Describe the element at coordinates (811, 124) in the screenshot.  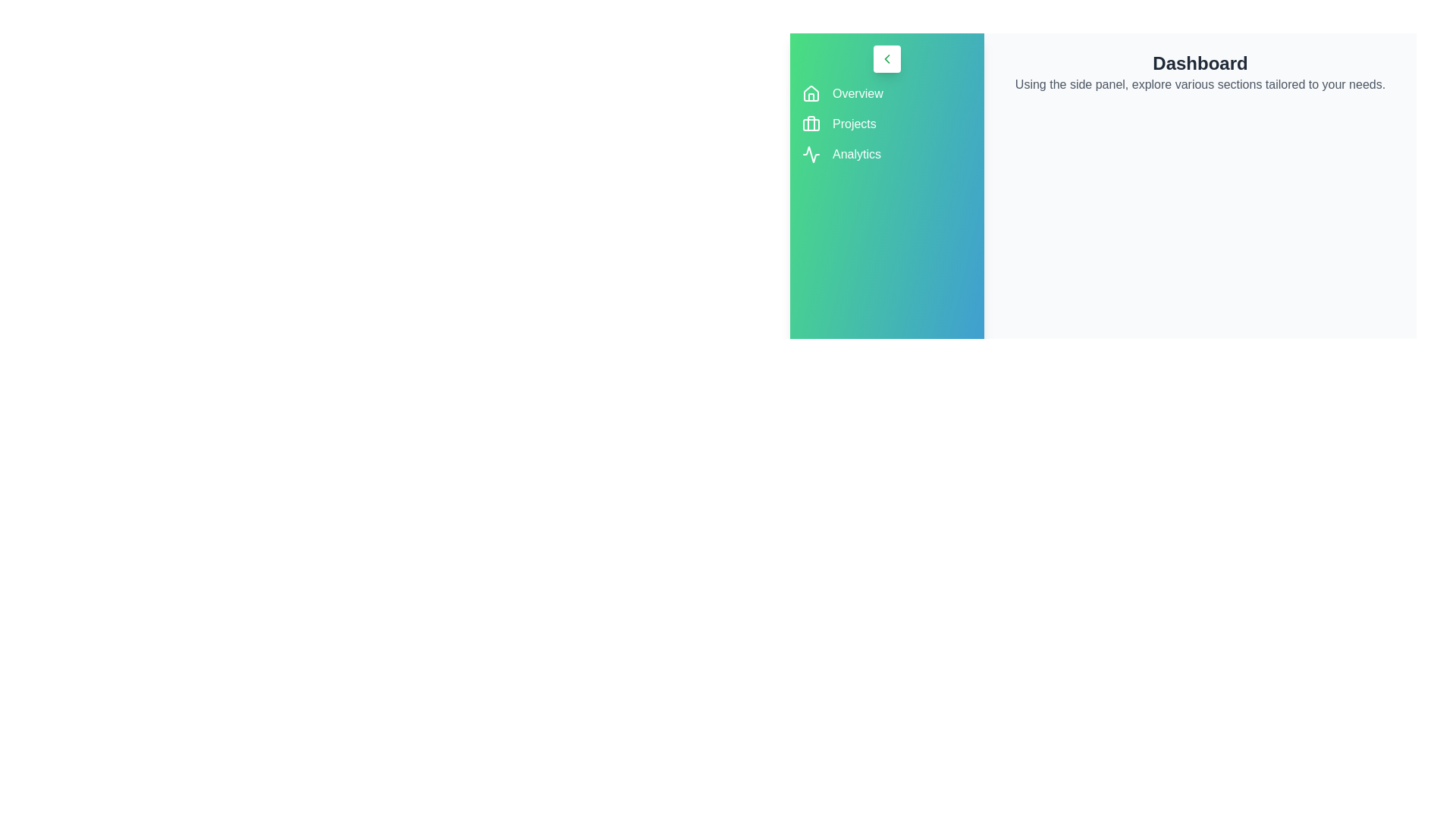
I see `the Projects icon to observe its hover effect` at that location.